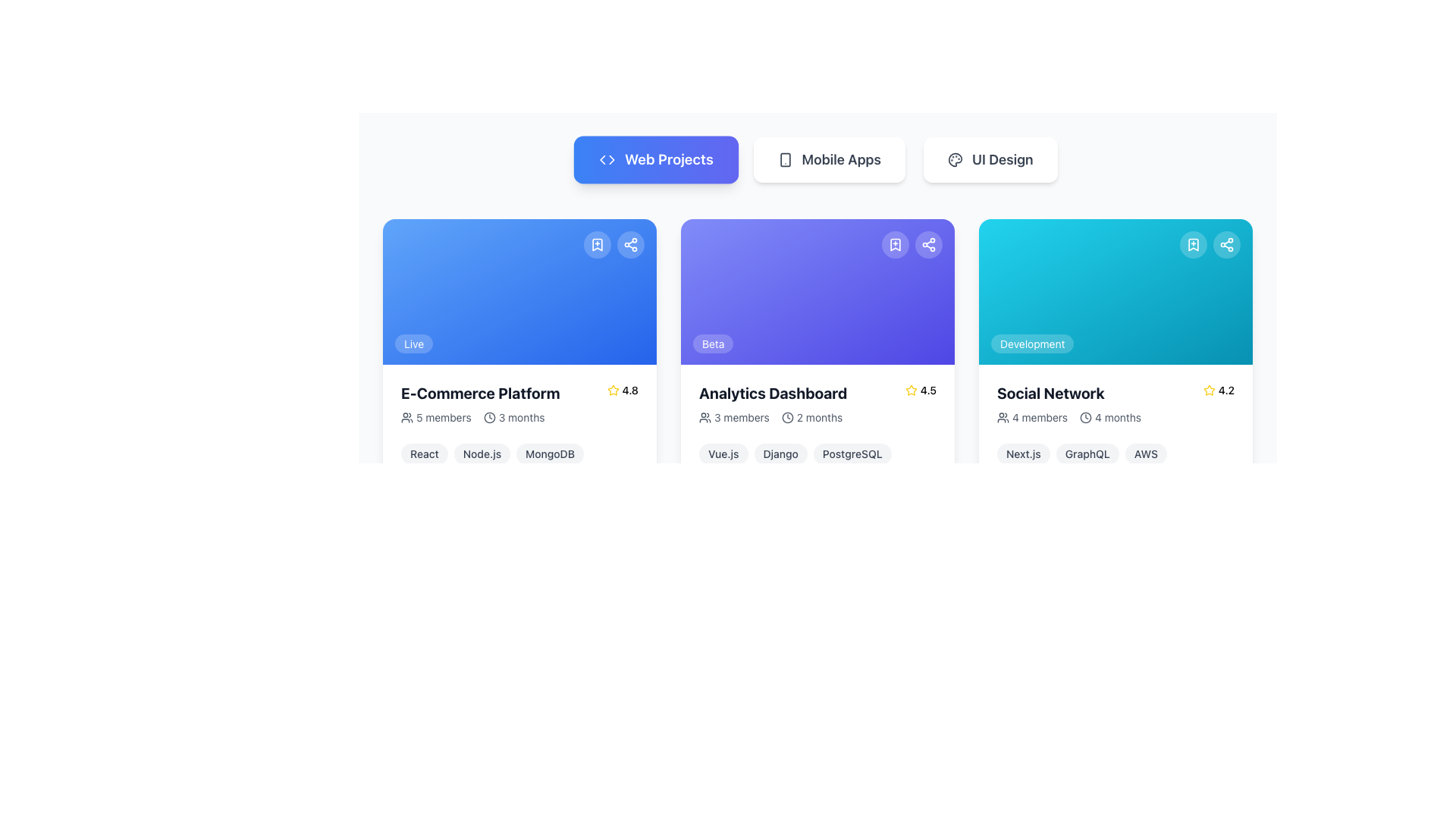  I want to click on the 'Next.js' label in the 'Social Network' card, so click(1023, 453).